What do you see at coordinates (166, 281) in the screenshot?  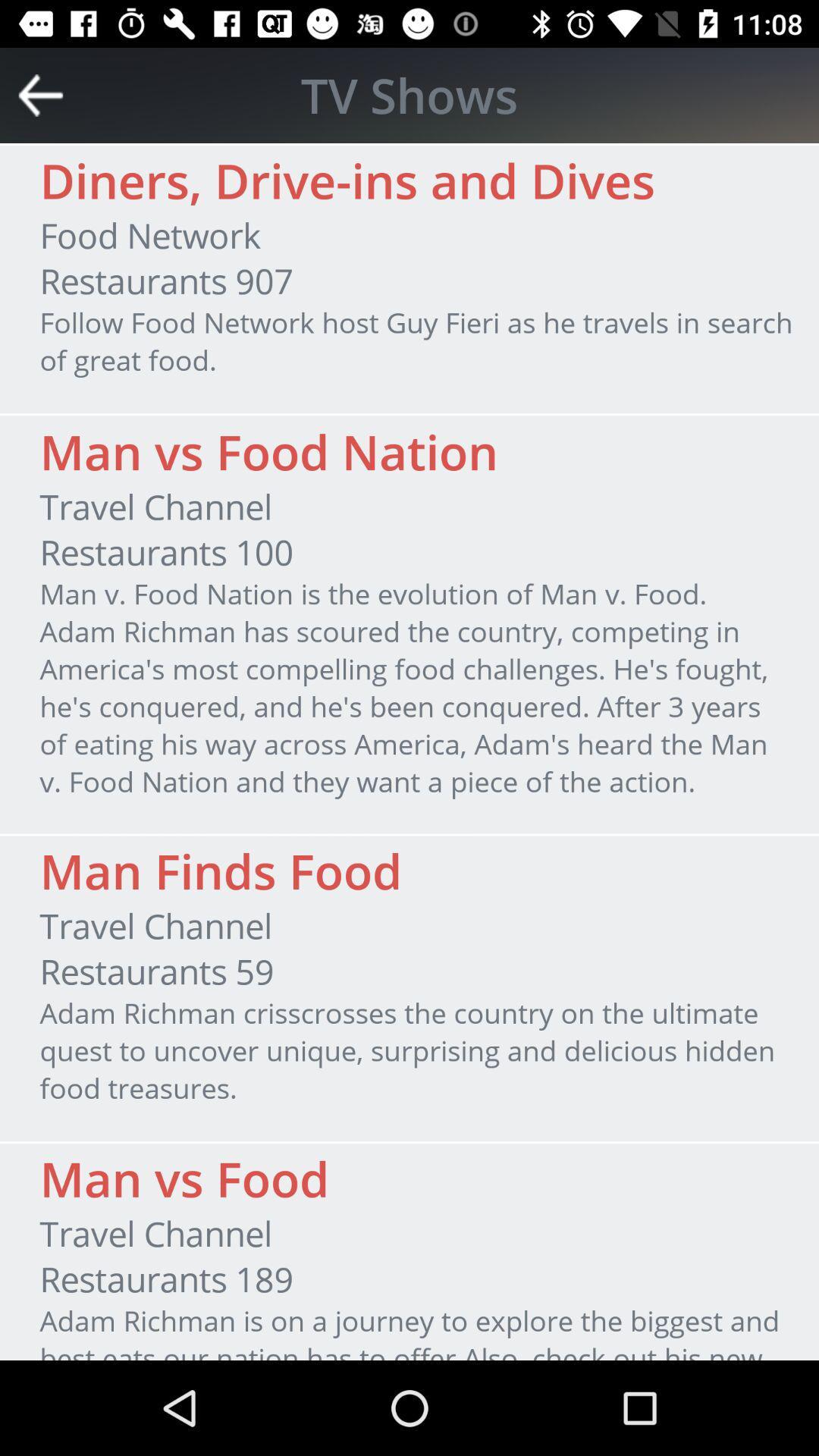 I see `the restaurants 907 icon` at bounding box center [166, 281].